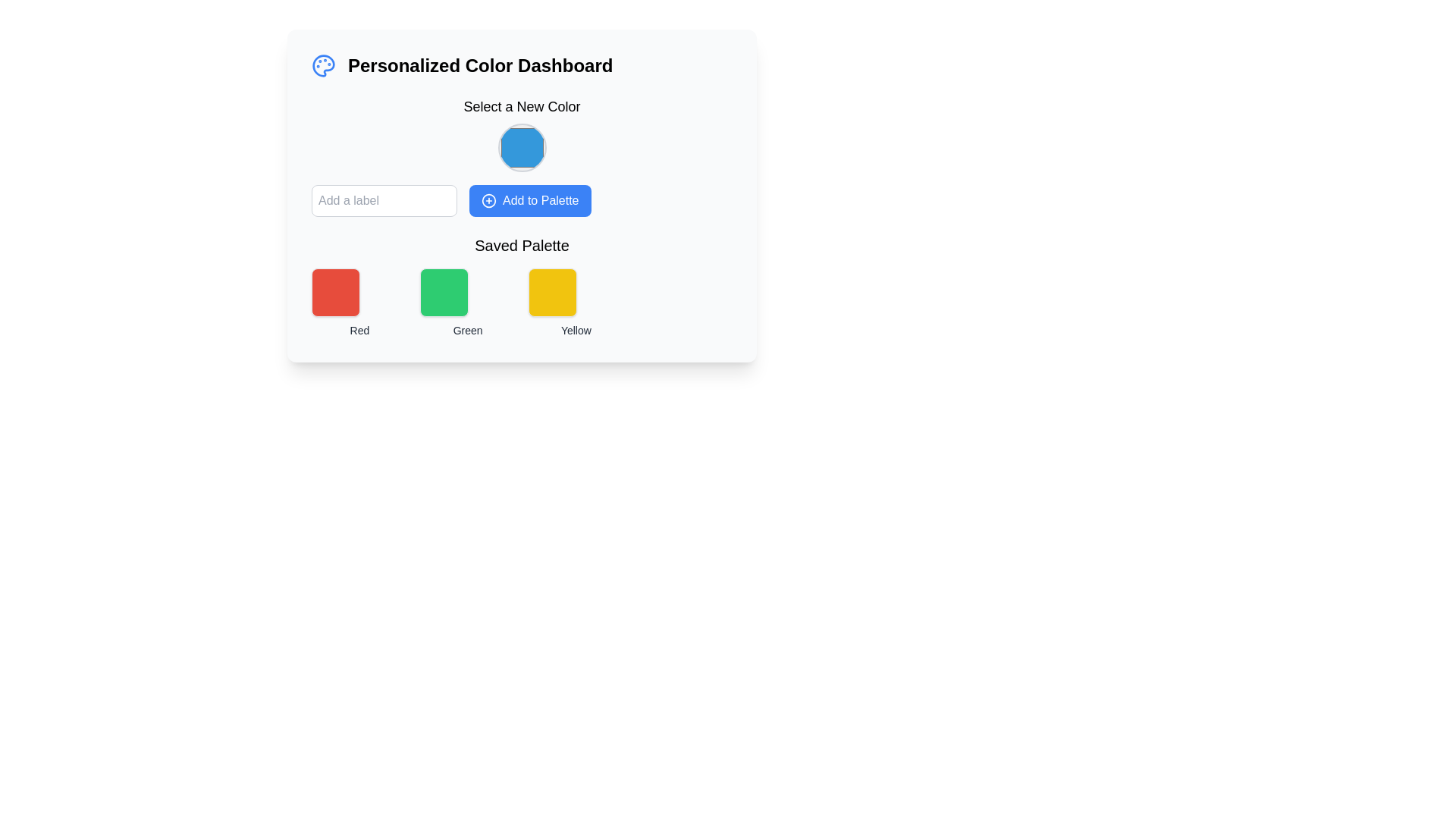 The height and width of the screenshot is (819, 1456). I want to click on the 'Add to Palette' text label, which is displayed in white font color on a blue rectangular button with rounded corners, located in the central content section of the interface, so click(541, 200).